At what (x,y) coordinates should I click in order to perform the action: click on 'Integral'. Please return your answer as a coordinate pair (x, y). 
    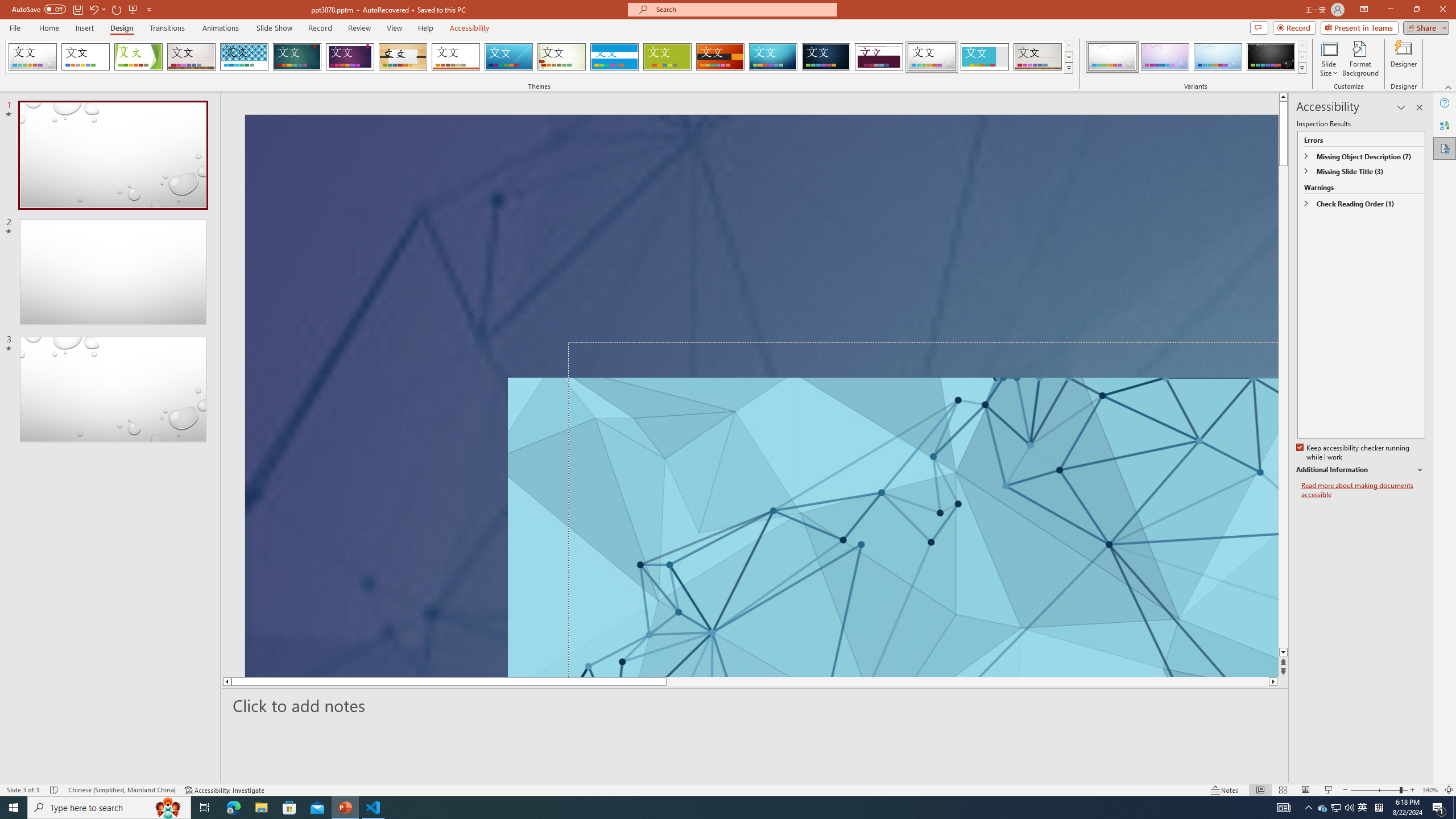
    Looking at the image, I should click on (244, 56).